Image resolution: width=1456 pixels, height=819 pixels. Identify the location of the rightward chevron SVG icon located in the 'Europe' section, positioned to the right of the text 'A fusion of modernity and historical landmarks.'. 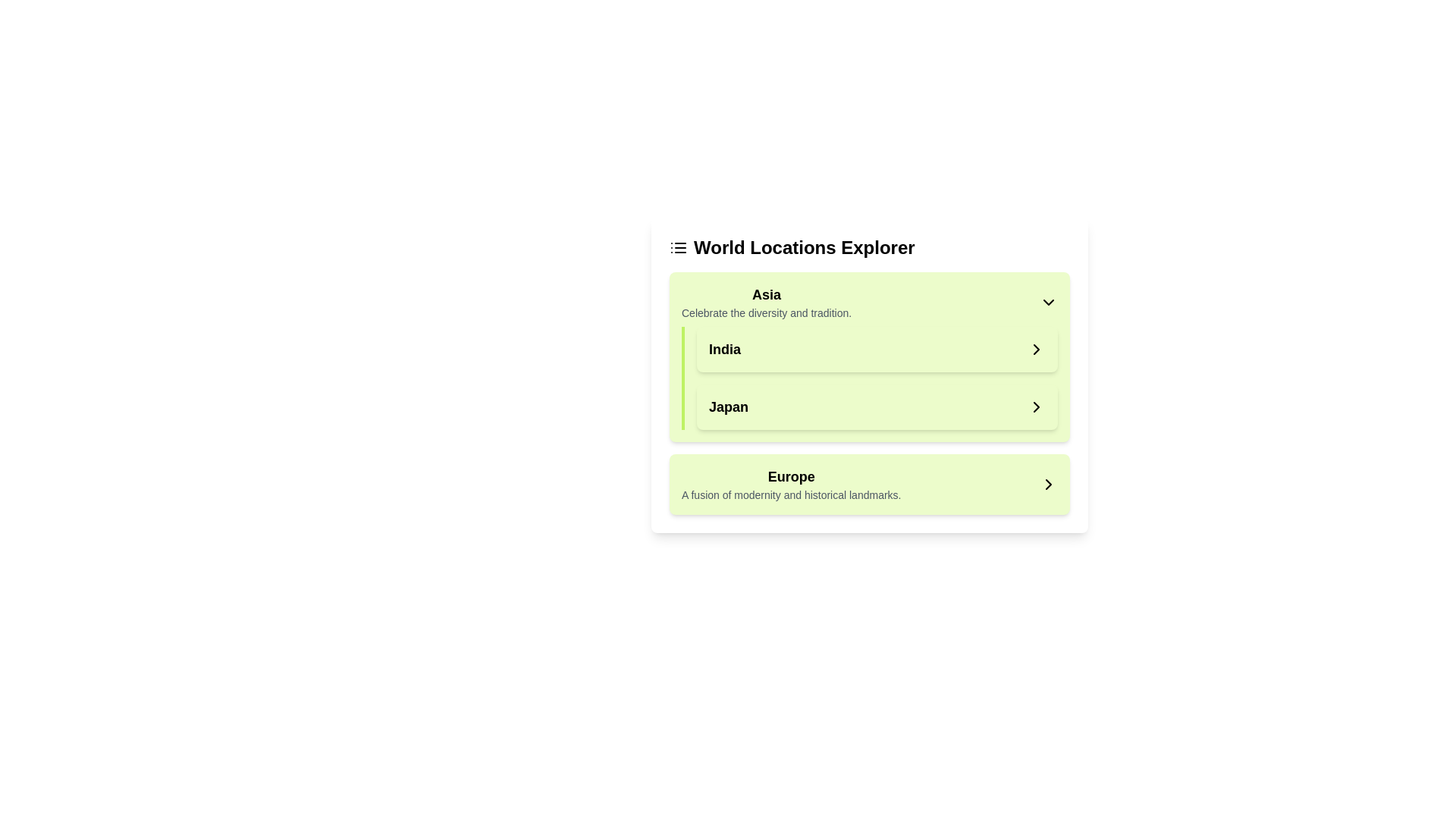
(1047, 485).